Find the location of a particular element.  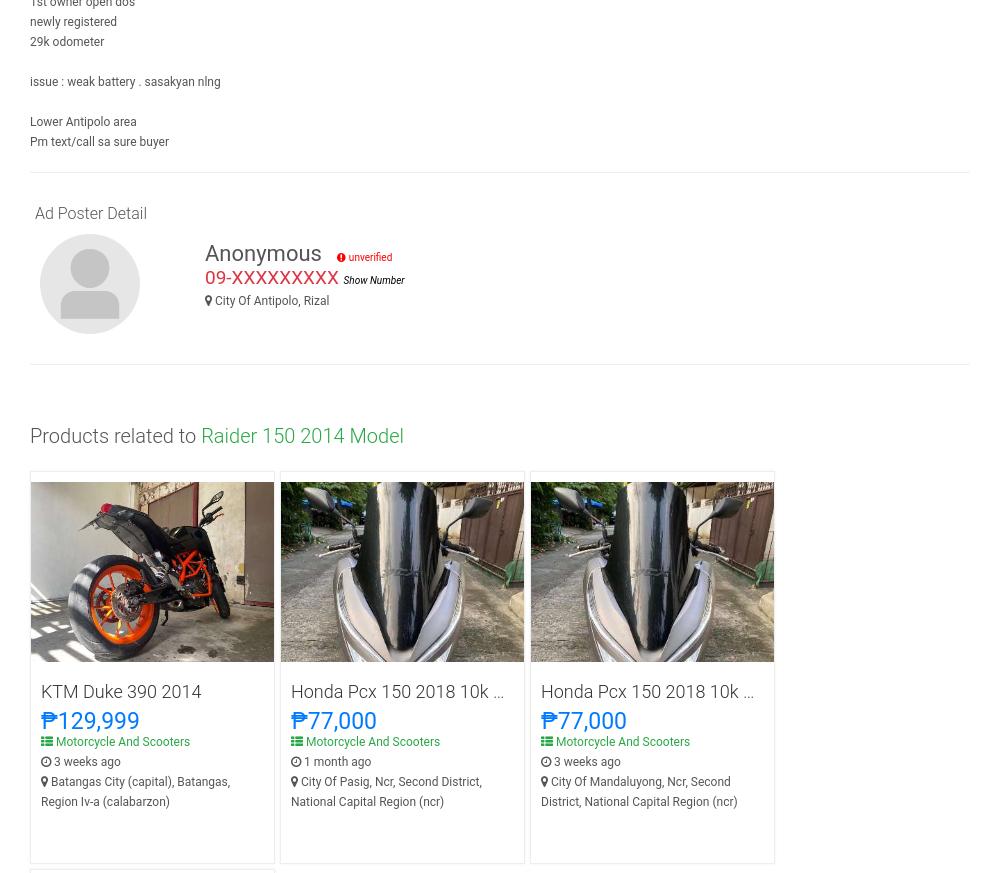

'Ad Poster Detail' is located at coordinates (90, 212).